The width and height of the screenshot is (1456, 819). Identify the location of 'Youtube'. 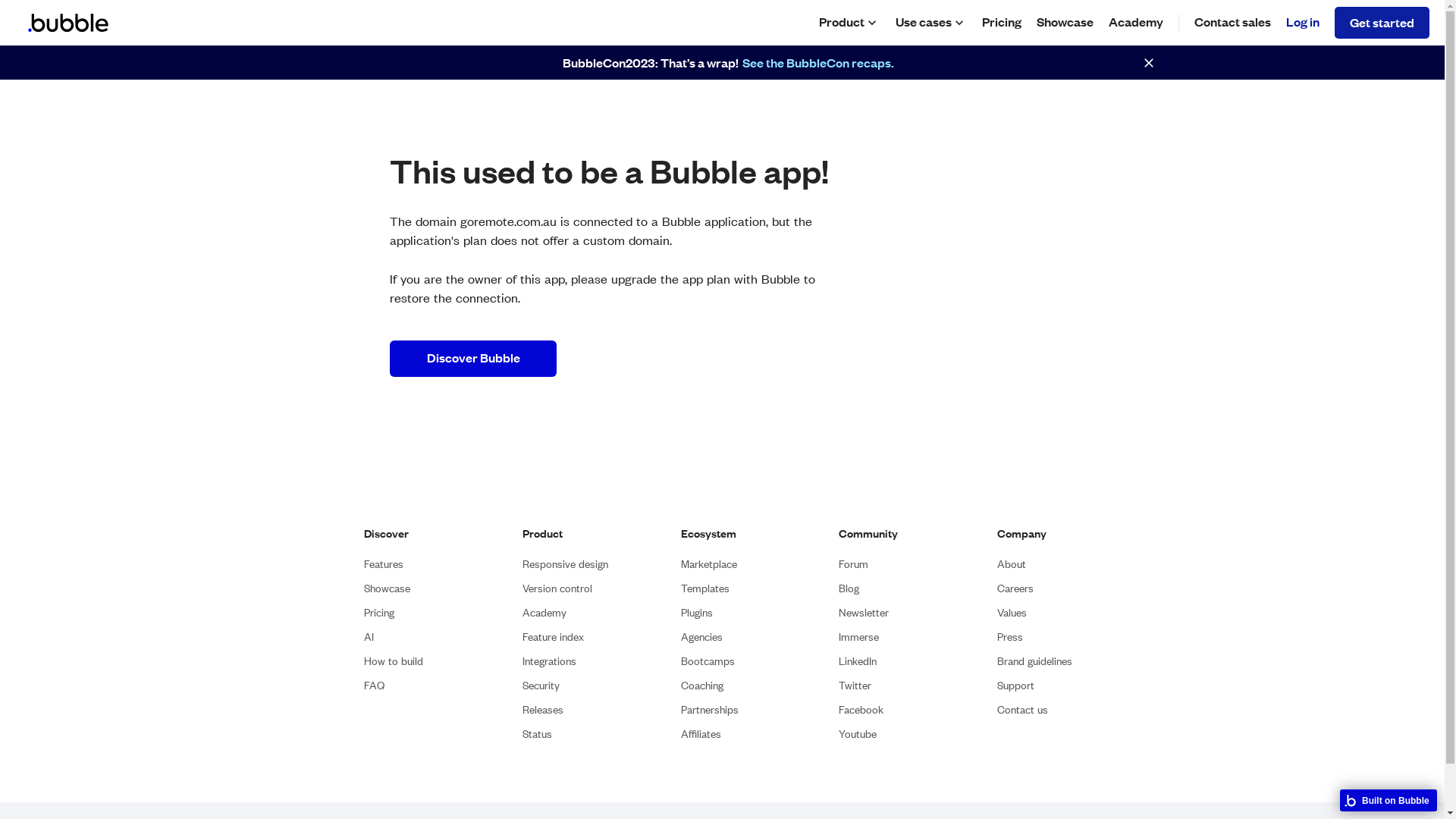
(837, 733).